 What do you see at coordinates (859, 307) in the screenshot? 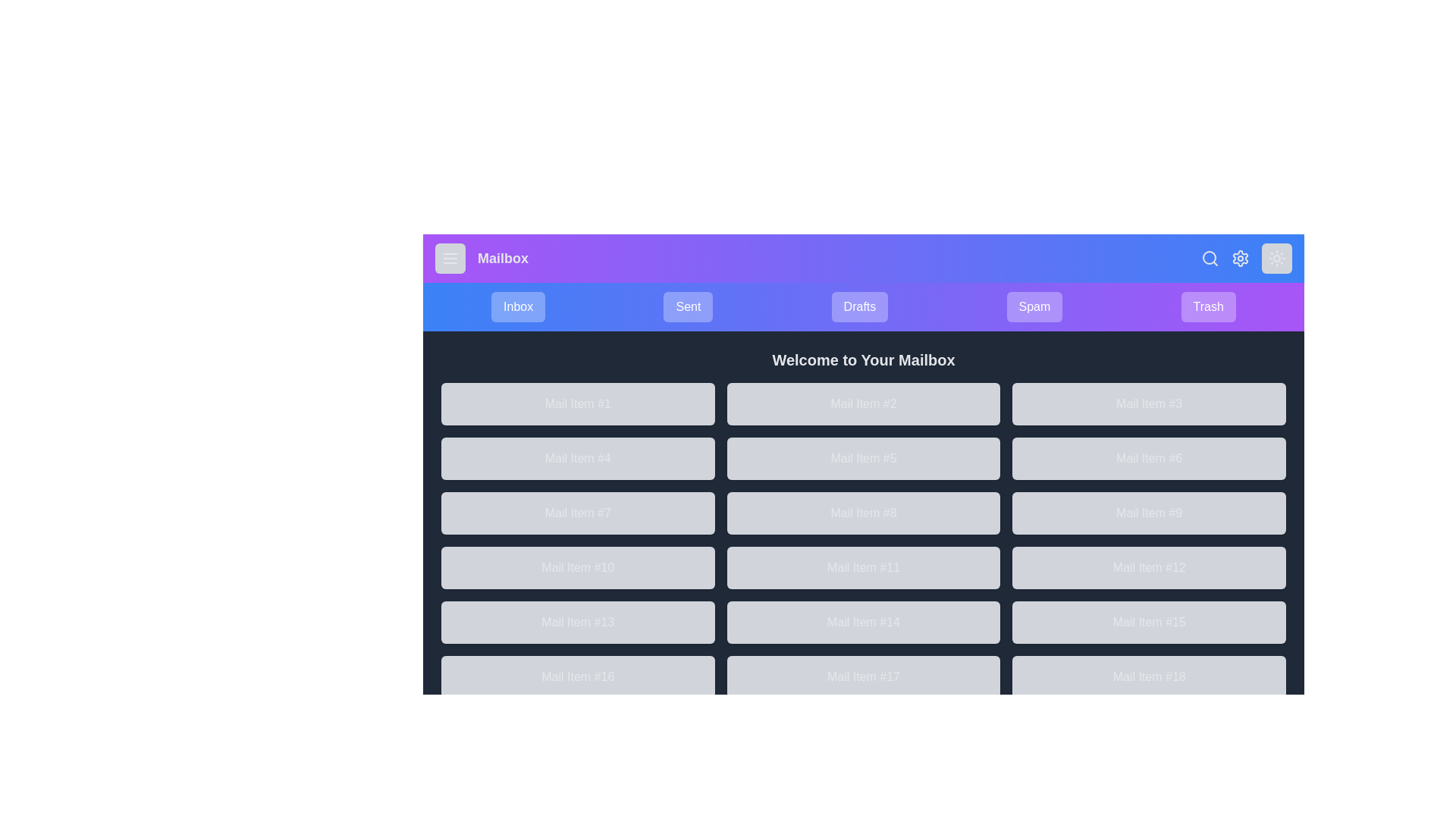
I see `the mailbox category Drafts to view its contents` at bounding box center [859, 307].